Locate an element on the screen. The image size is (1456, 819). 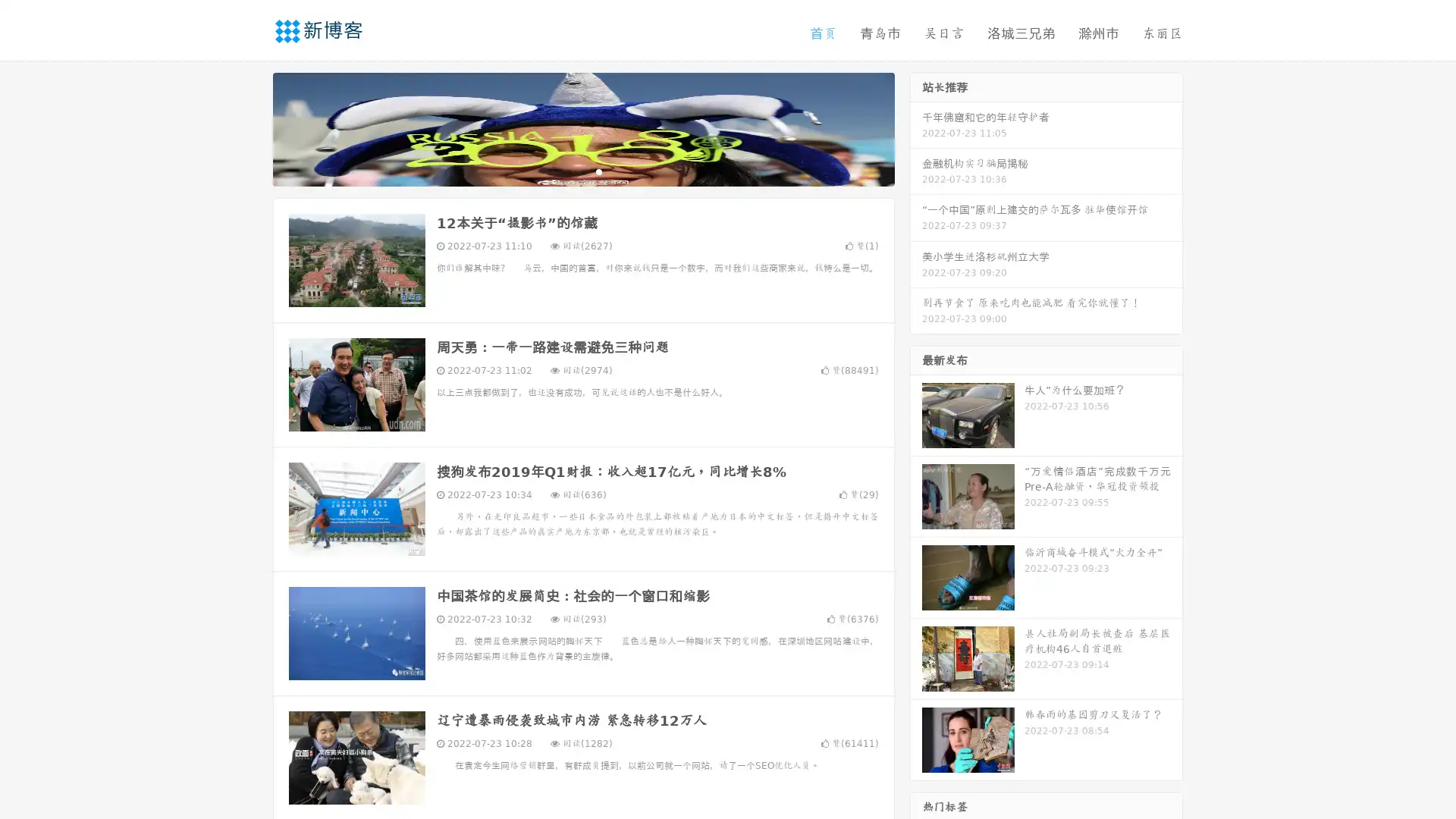
Go to slide 3 is located at coordinates (598, 171).